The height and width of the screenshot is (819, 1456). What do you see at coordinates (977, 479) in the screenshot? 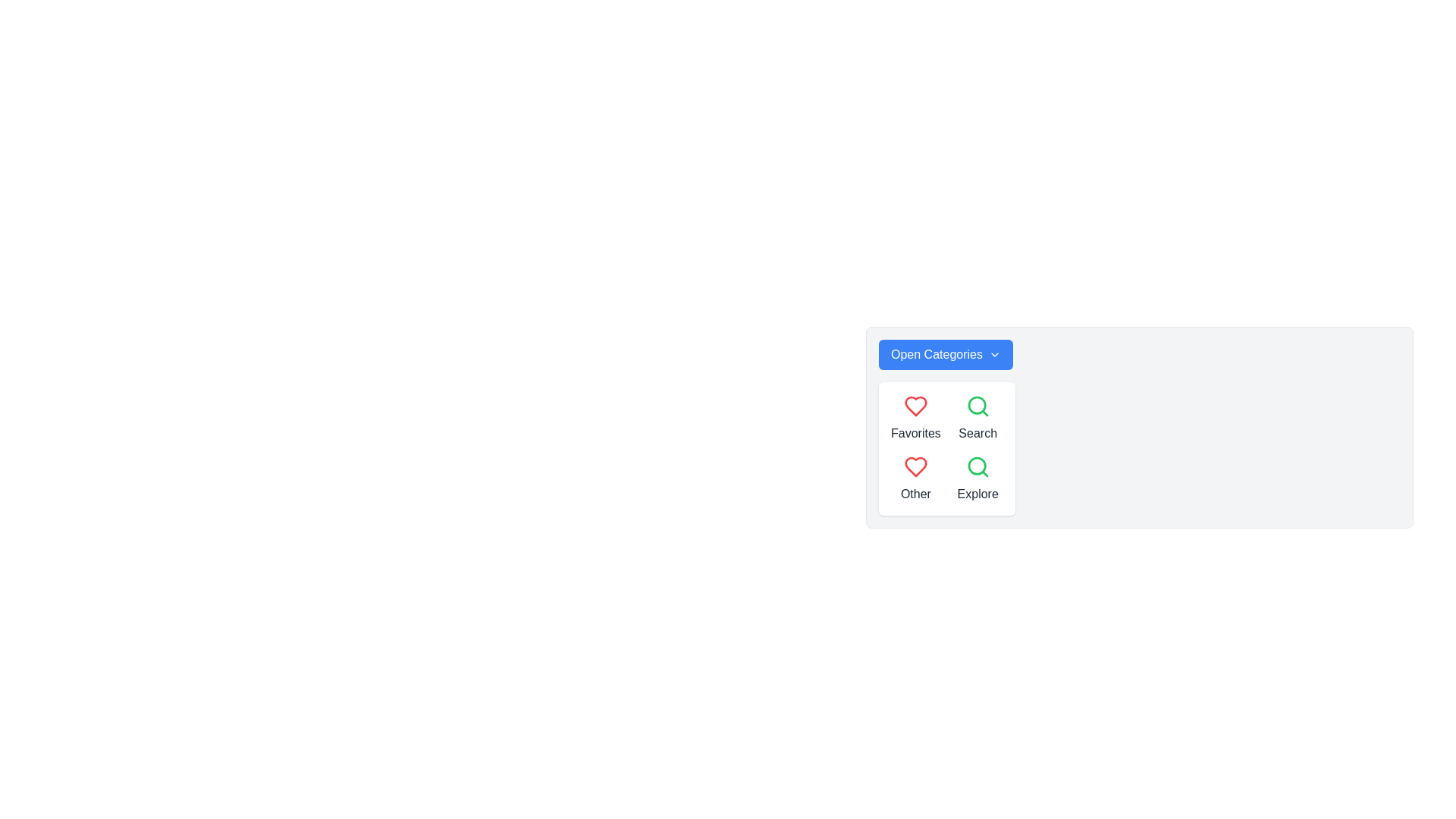
I see `the green-colored search icon above the text 'Explore'` at bounding box center [977, 479].